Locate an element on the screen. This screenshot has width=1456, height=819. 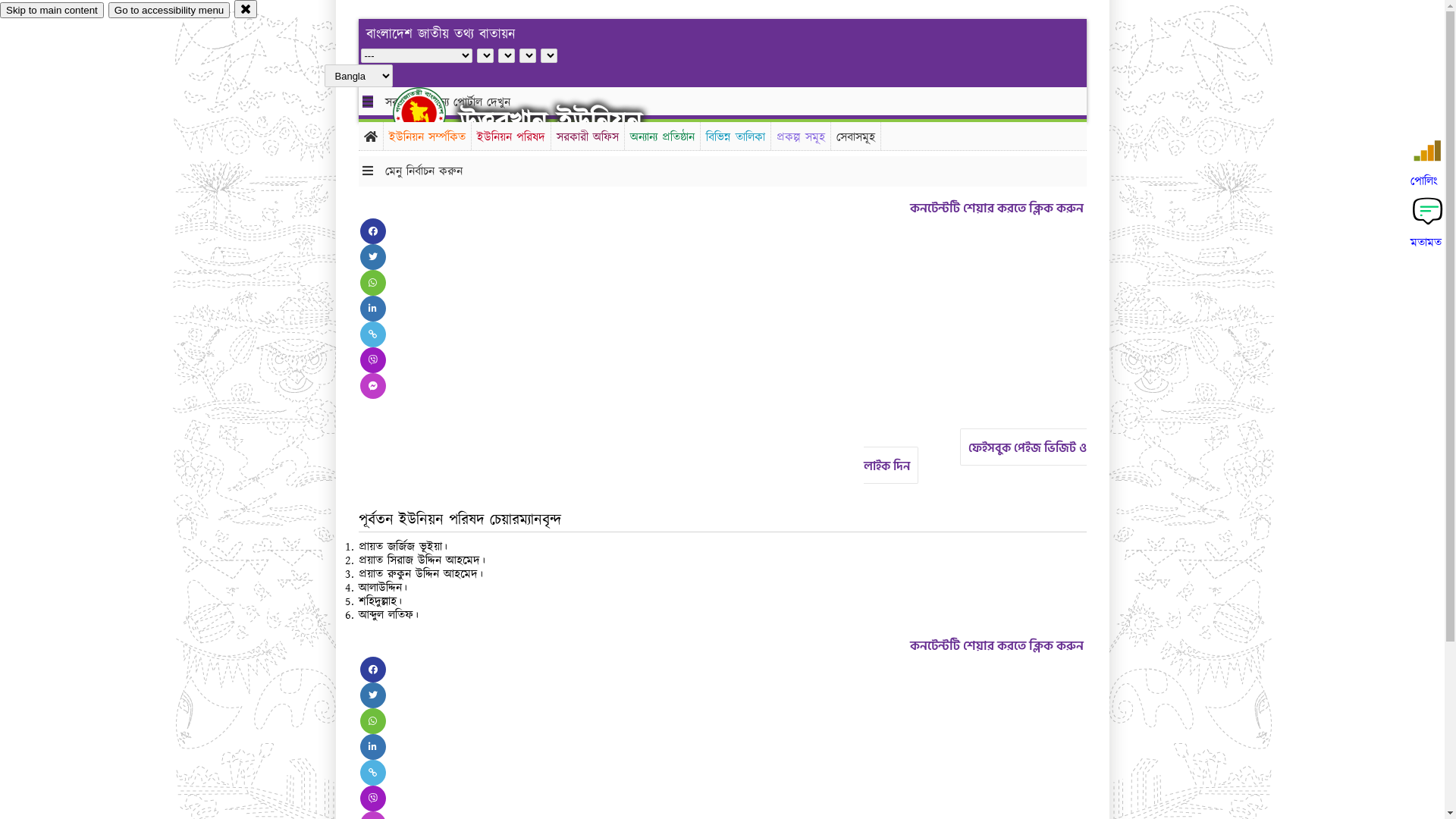
'Skip to main content' is located at coordinates (52, 10).